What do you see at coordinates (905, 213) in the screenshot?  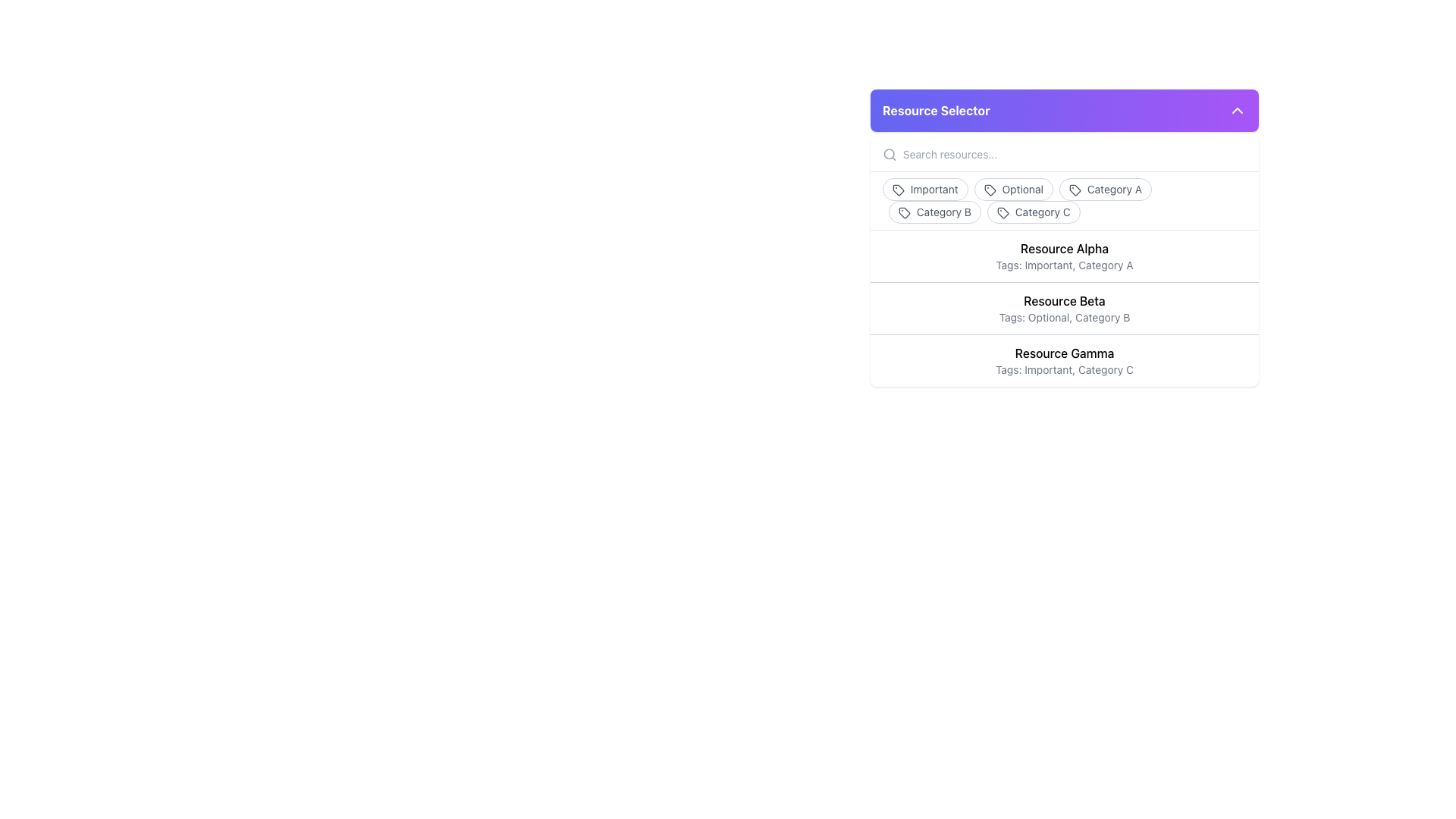 I see `the appearance of the icon representing the 'Category B' tag located in the tag list section of the interface` at bounding box center [905, 213].